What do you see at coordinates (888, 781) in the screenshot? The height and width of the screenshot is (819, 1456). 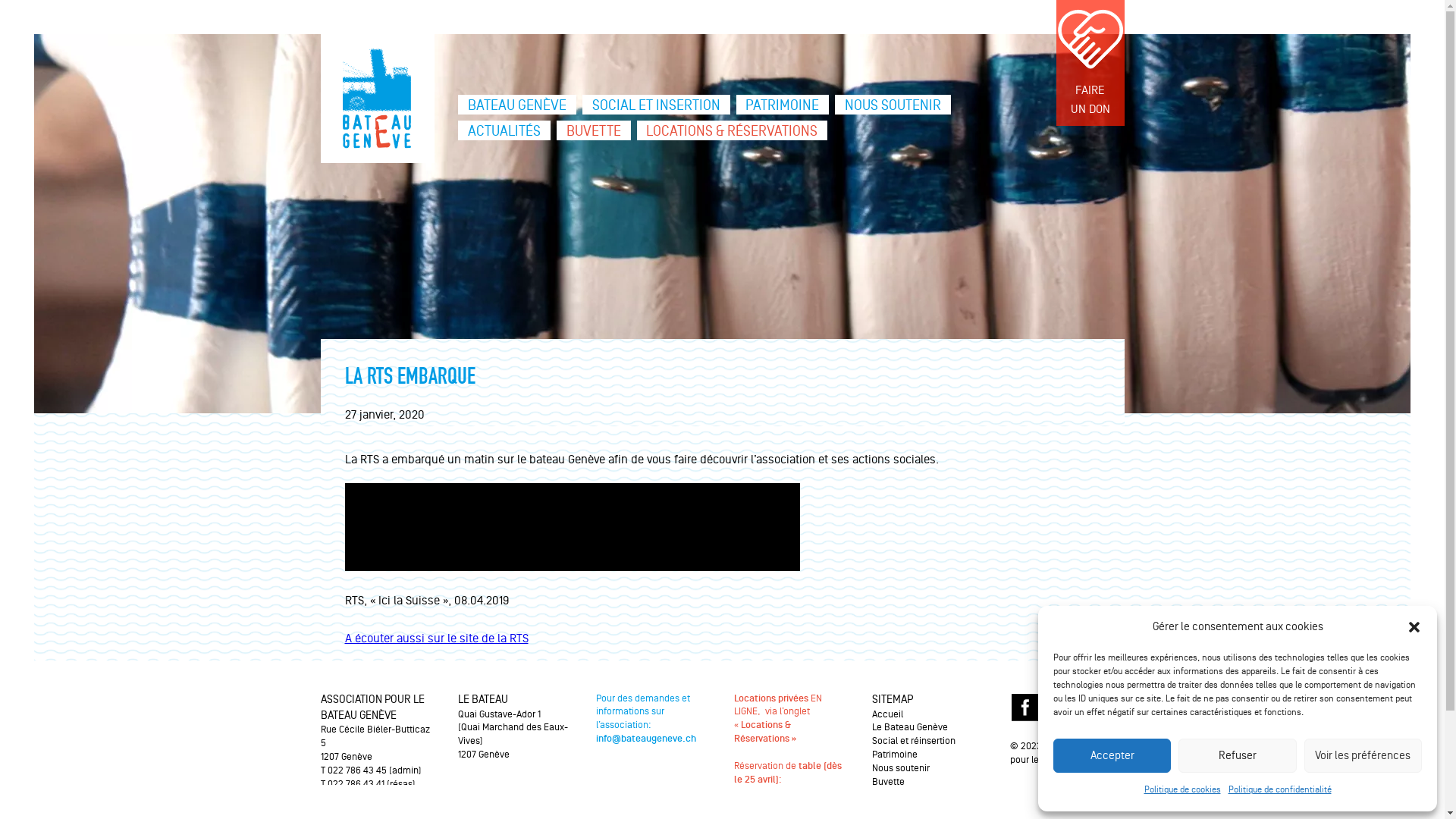 I see `'Buvette'` at bounding box center [888, 781].